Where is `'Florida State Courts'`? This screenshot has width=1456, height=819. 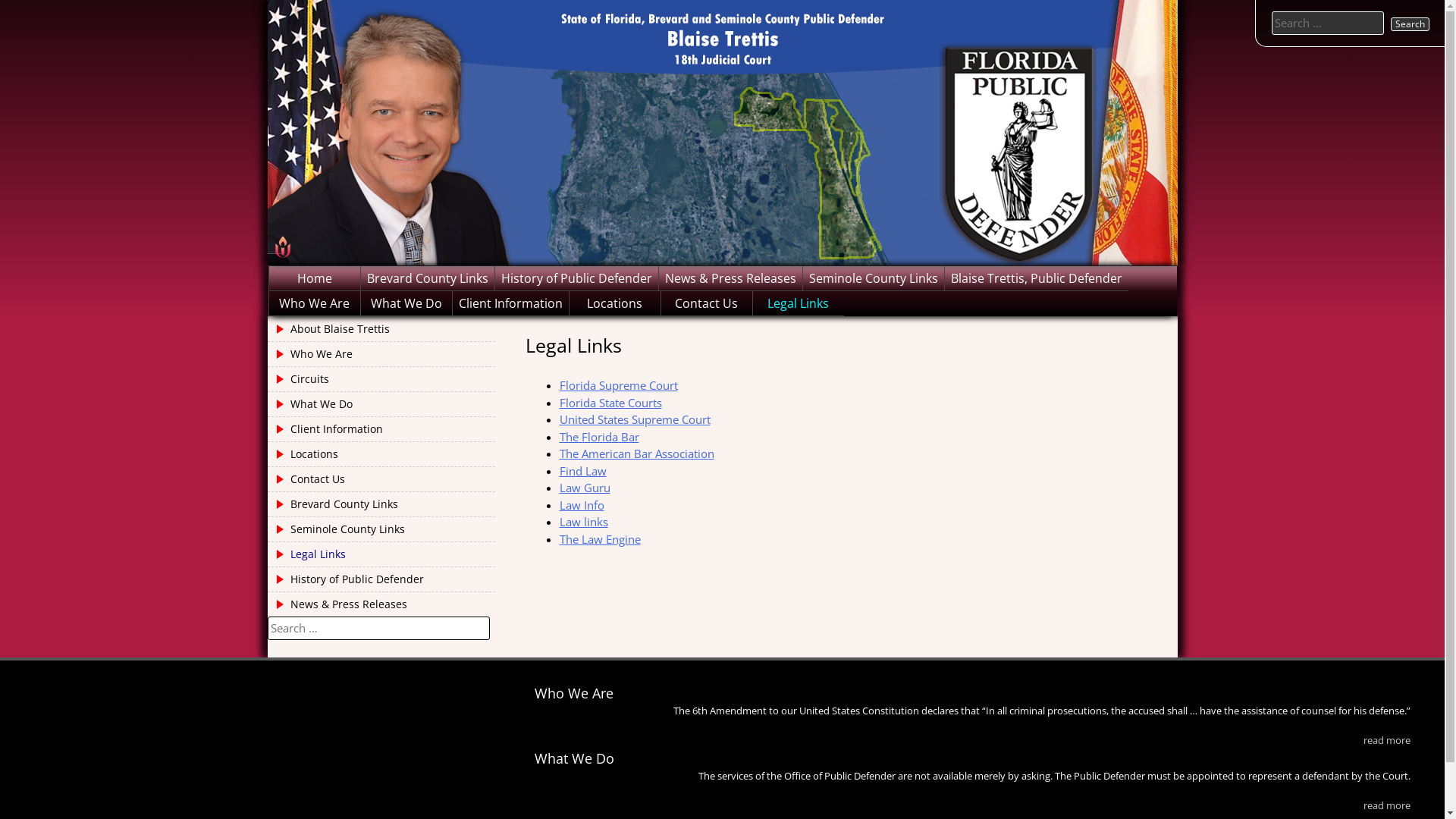 'Florida State Courts' is located at coordinates (610, 400).